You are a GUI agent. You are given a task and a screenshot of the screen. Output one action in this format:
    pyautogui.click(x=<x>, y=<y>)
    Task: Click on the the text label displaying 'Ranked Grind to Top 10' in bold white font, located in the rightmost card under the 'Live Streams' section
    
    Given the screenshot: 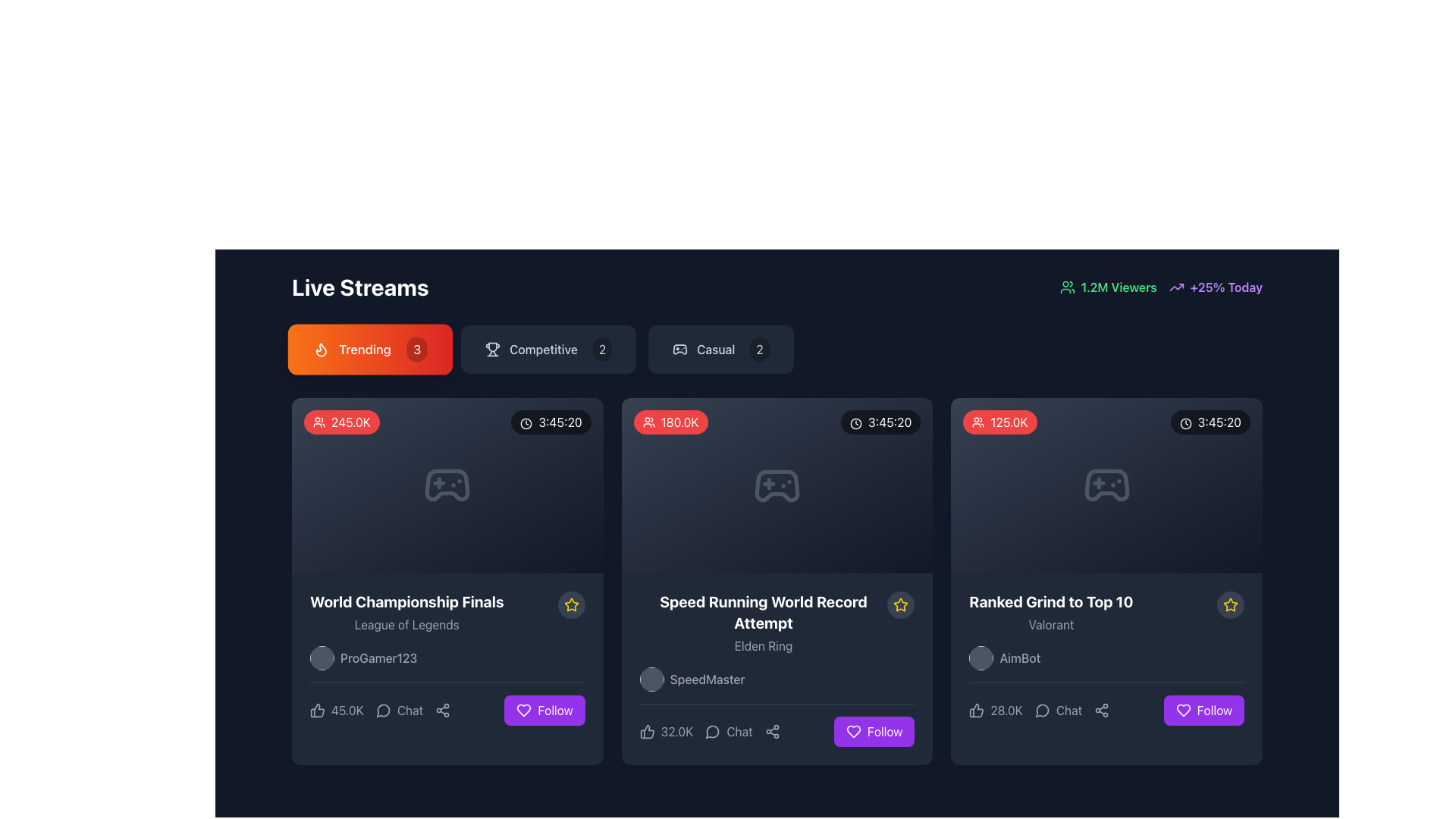 What is the action you would take?
    pyautogui.click(x=1050, y=601)
    